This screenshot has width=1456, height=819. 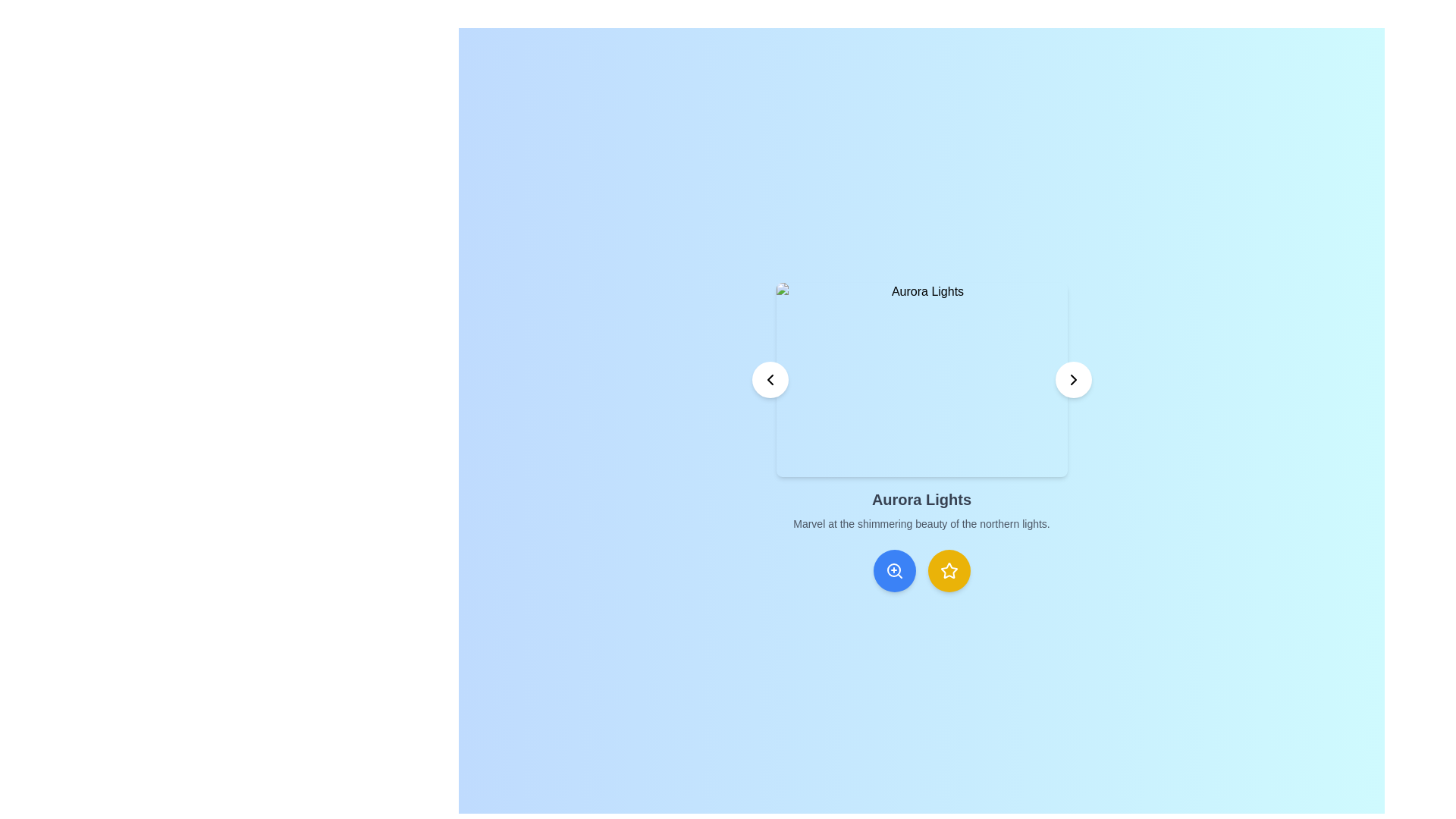 What do you see at coordinates (921, 522) in the screenshot?
I see `the text label that says 'Marvel at the shimmering beauty of the northern lights', which is styled with a smaller font size and light gray color, located directly below the bold title 'Aurora Lights'` at bounding box center [921, 522].